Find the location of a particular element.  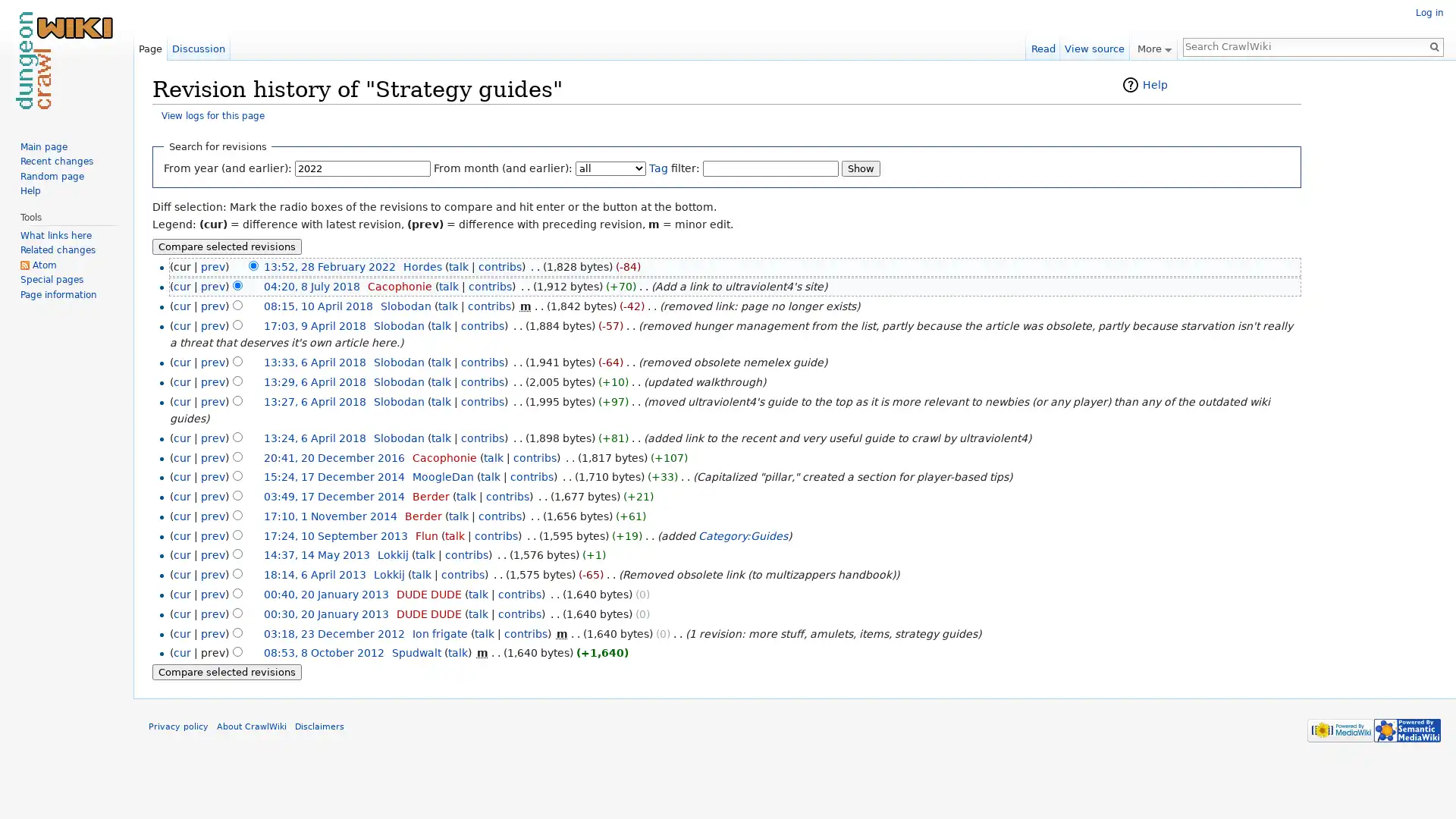

Show is located at coordinates (861, 168).